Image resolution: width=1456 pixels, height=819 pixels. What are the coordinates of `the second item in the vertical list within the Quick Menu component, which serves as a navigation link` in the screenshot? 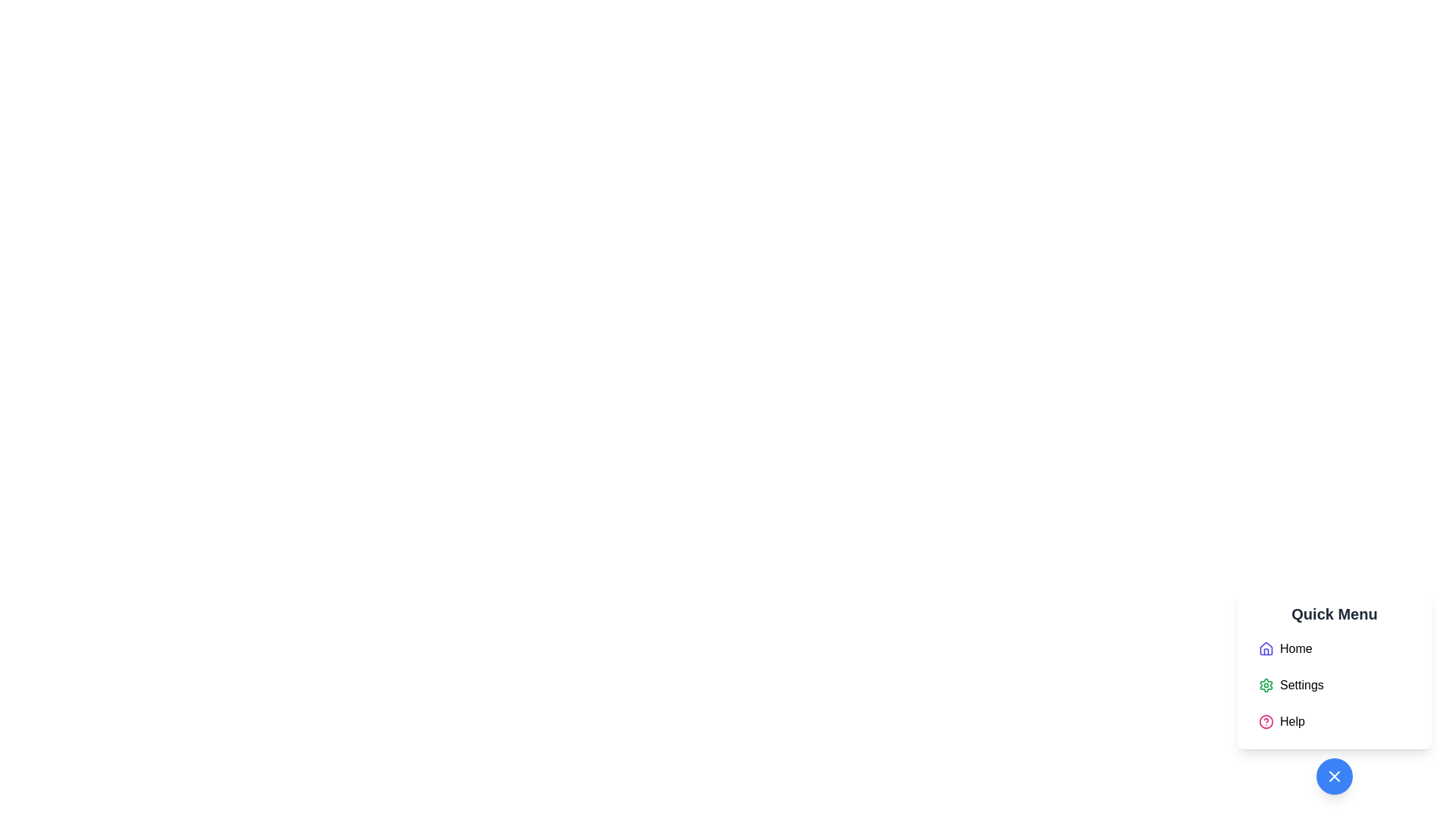 It's located at (1335, 685).